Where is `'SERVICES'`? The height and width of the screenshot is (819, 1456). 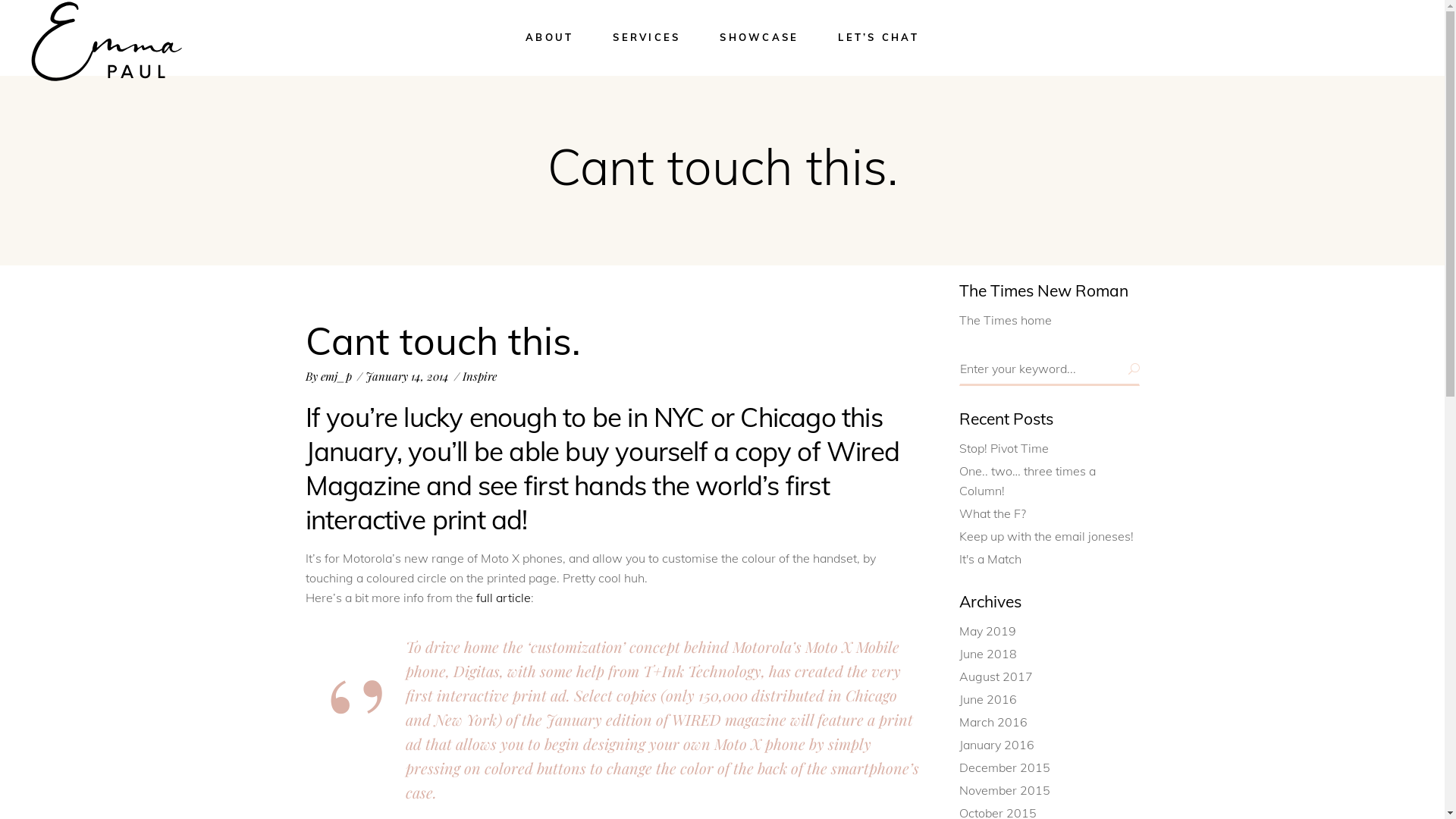
'SERVICES' is located at coordinates (592, 37).